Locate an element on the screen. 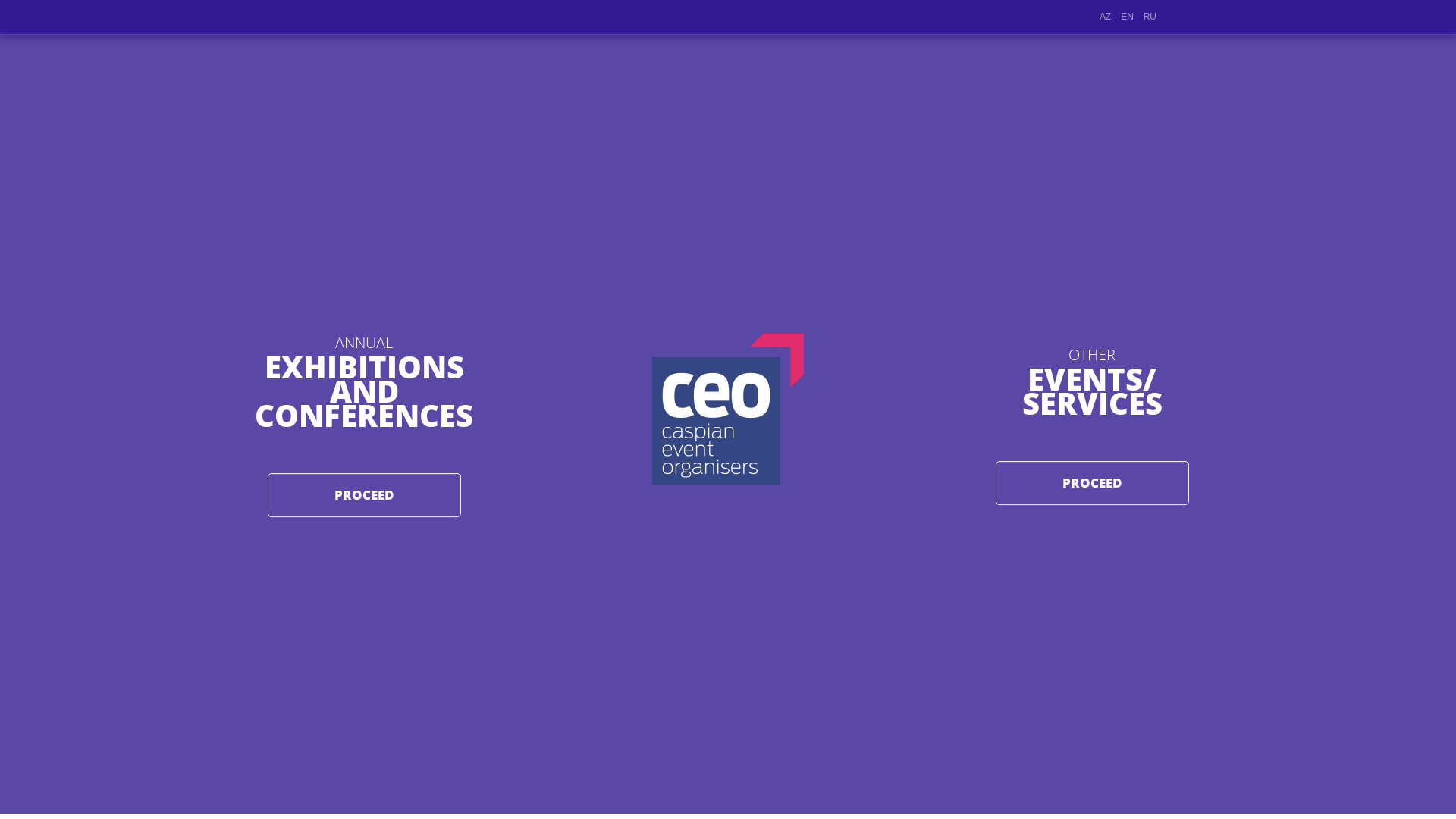  'AZ' is located at coordinates (1105, 17).